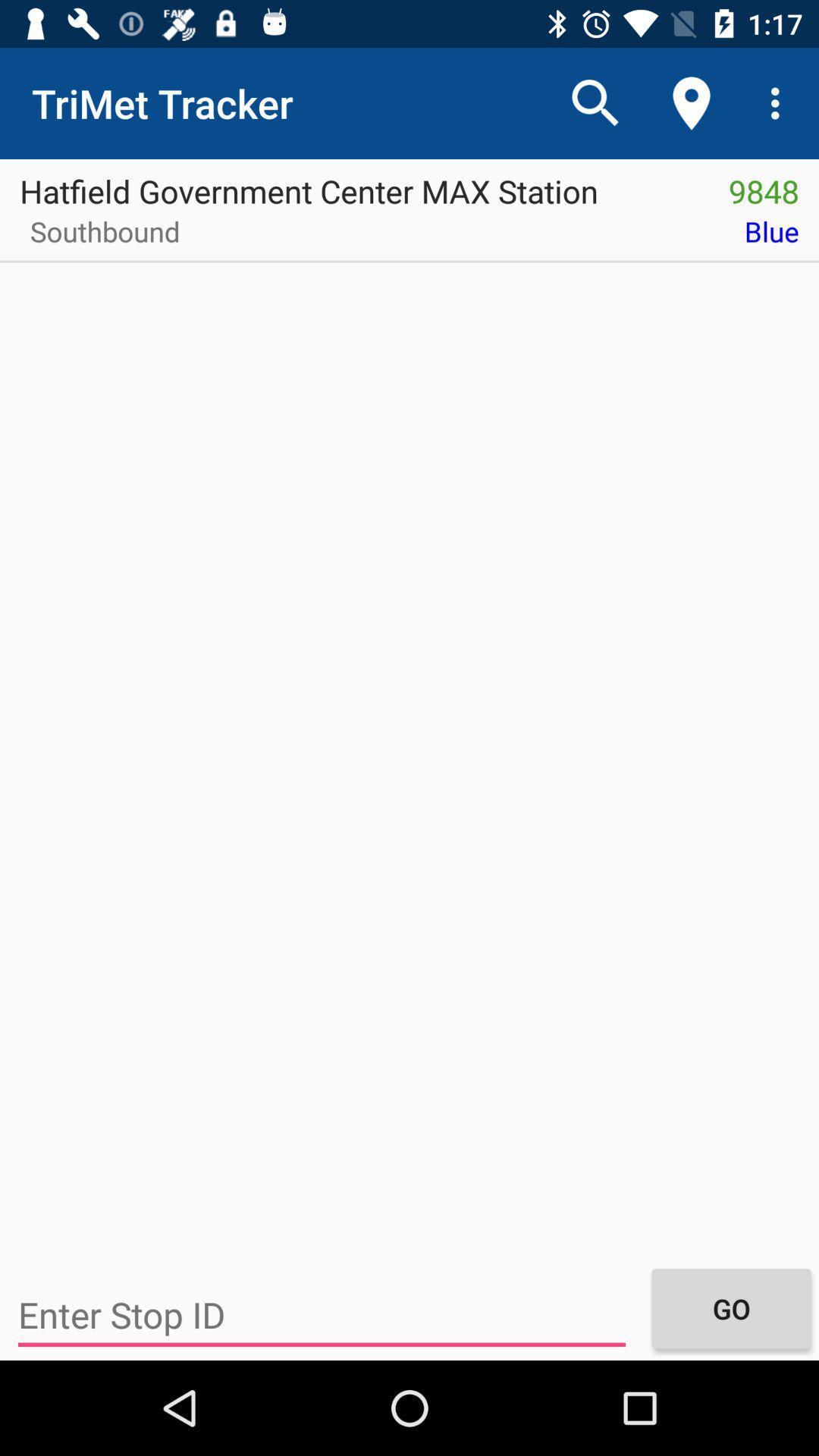  I want to click on icon above hatfield government center icon, so click(595, 102).